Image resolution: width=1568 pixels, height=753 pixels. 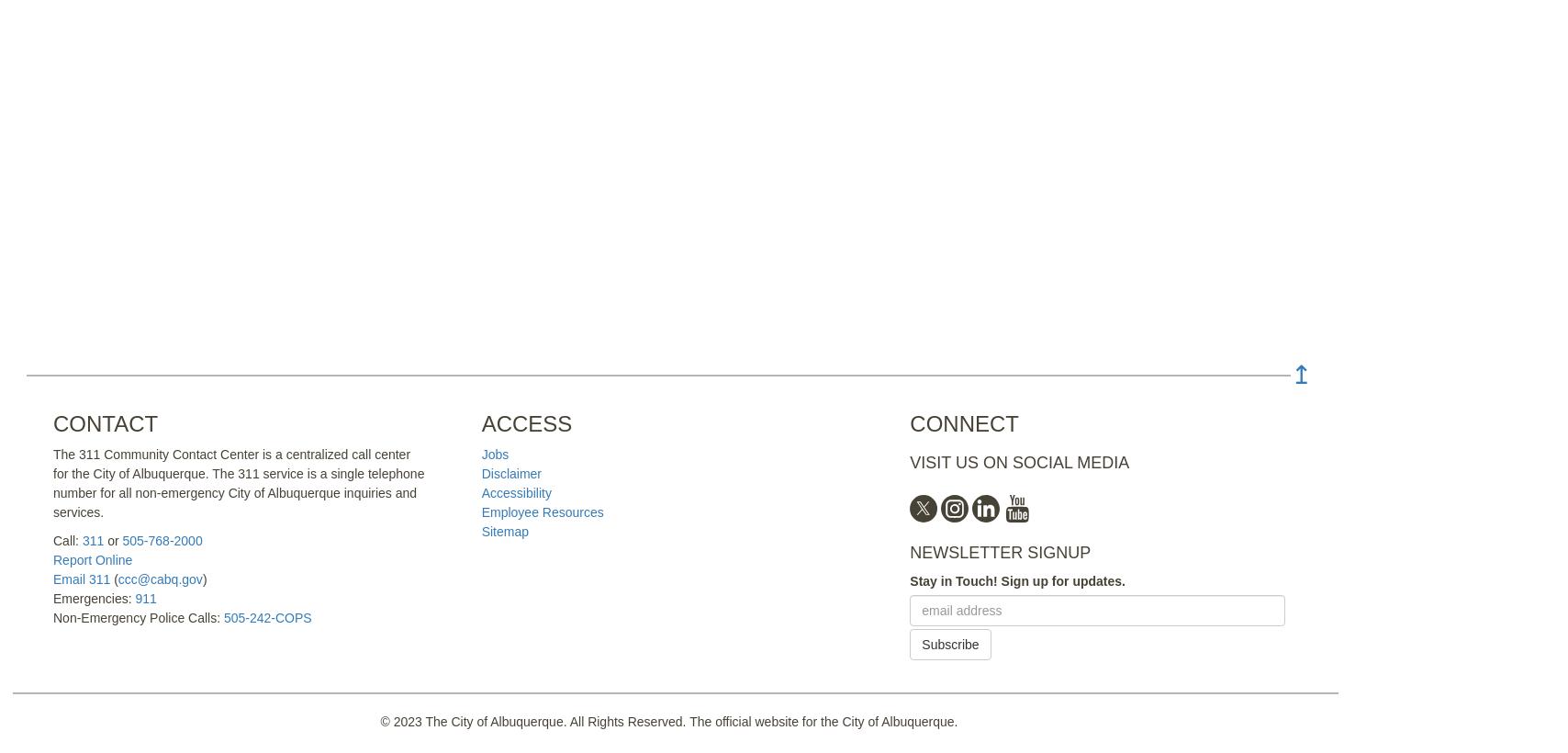 What do you see at coordinates (481, 511) in the screenshot?
I see `'Employee Resources'` at bounding box center [481, 511].